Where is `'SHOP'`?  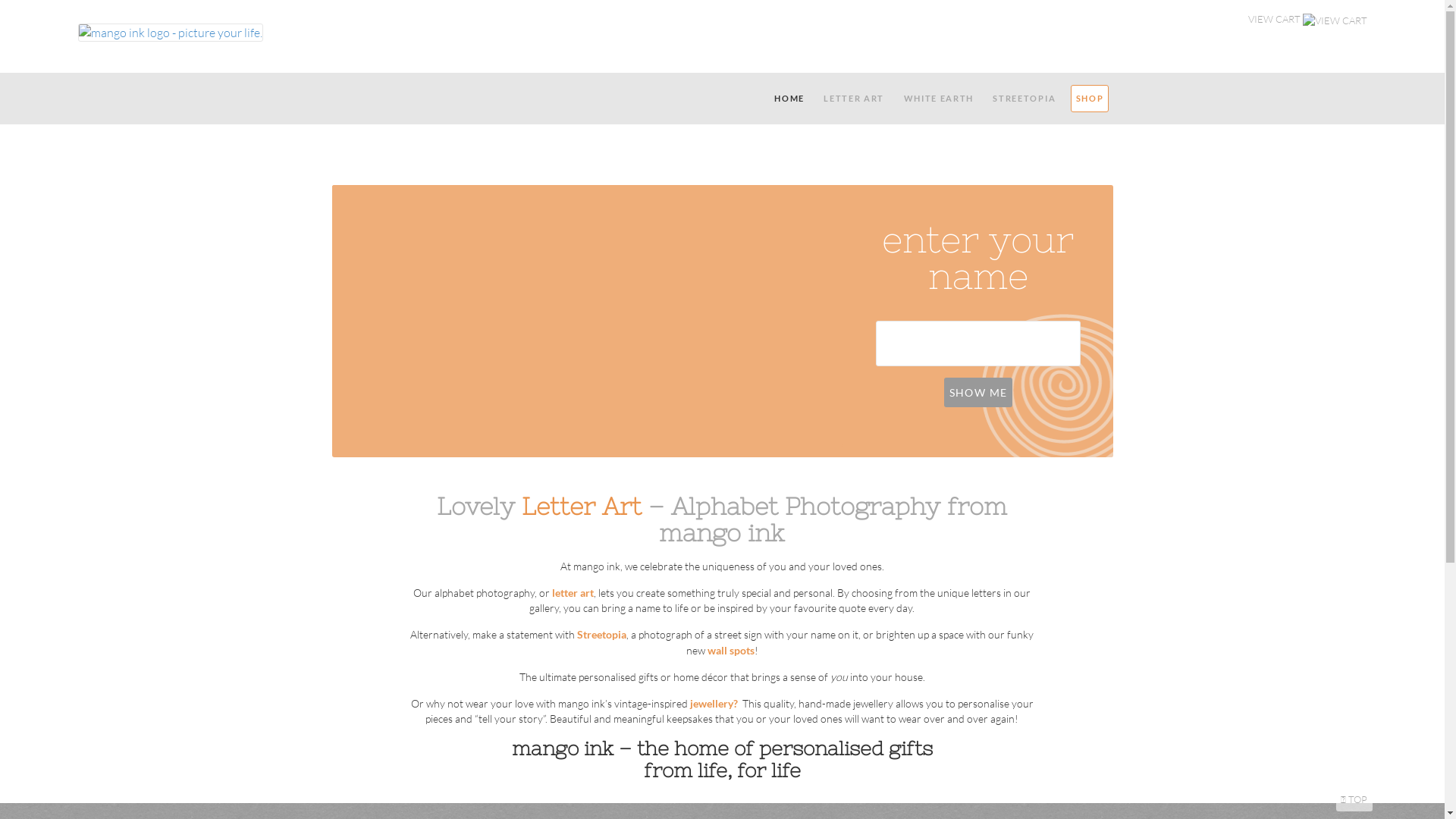 'SHOP' is located at coordinates (1088, 99).